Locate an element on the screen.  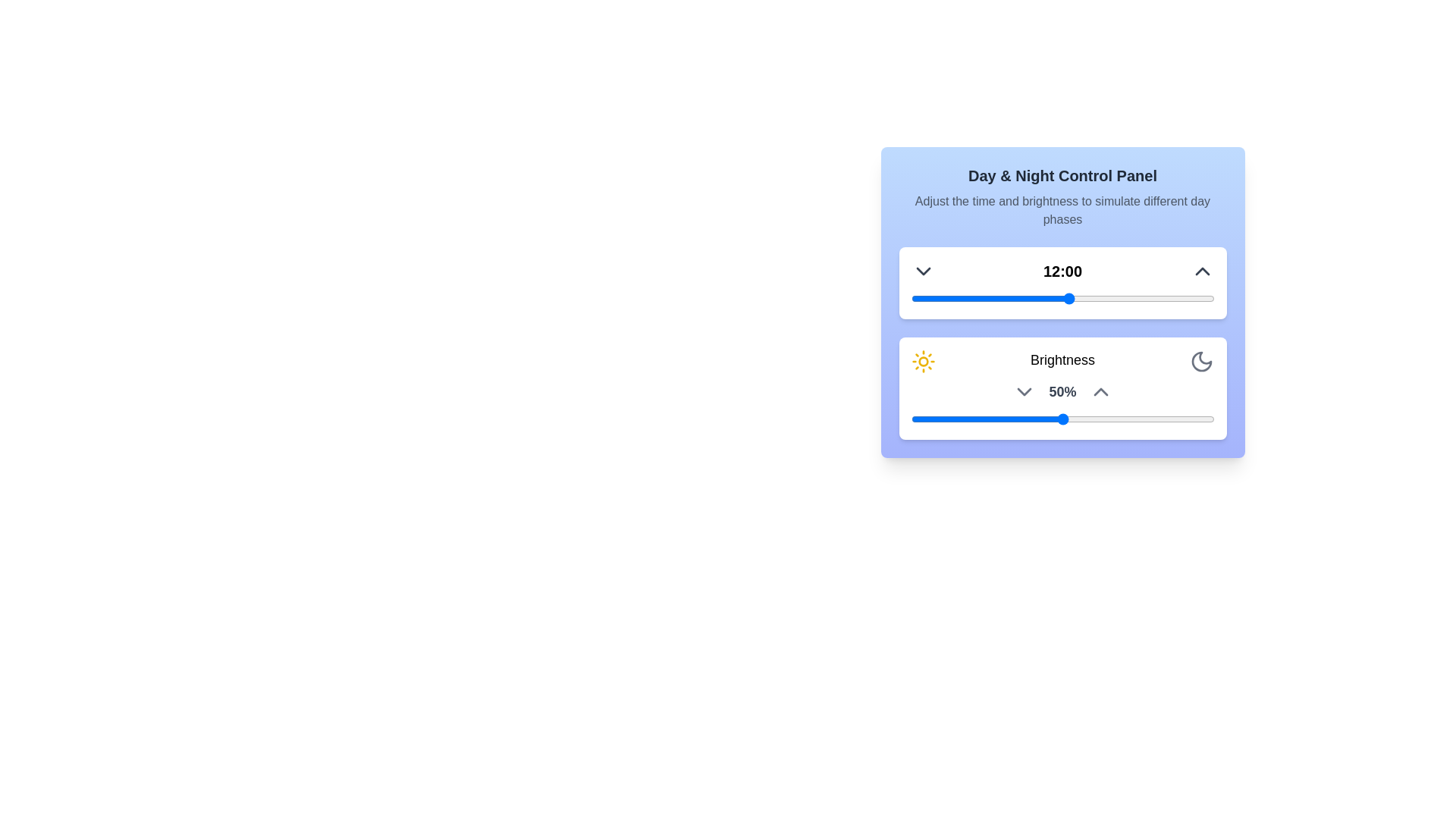
brightness is located at coordinates (1105, 419).